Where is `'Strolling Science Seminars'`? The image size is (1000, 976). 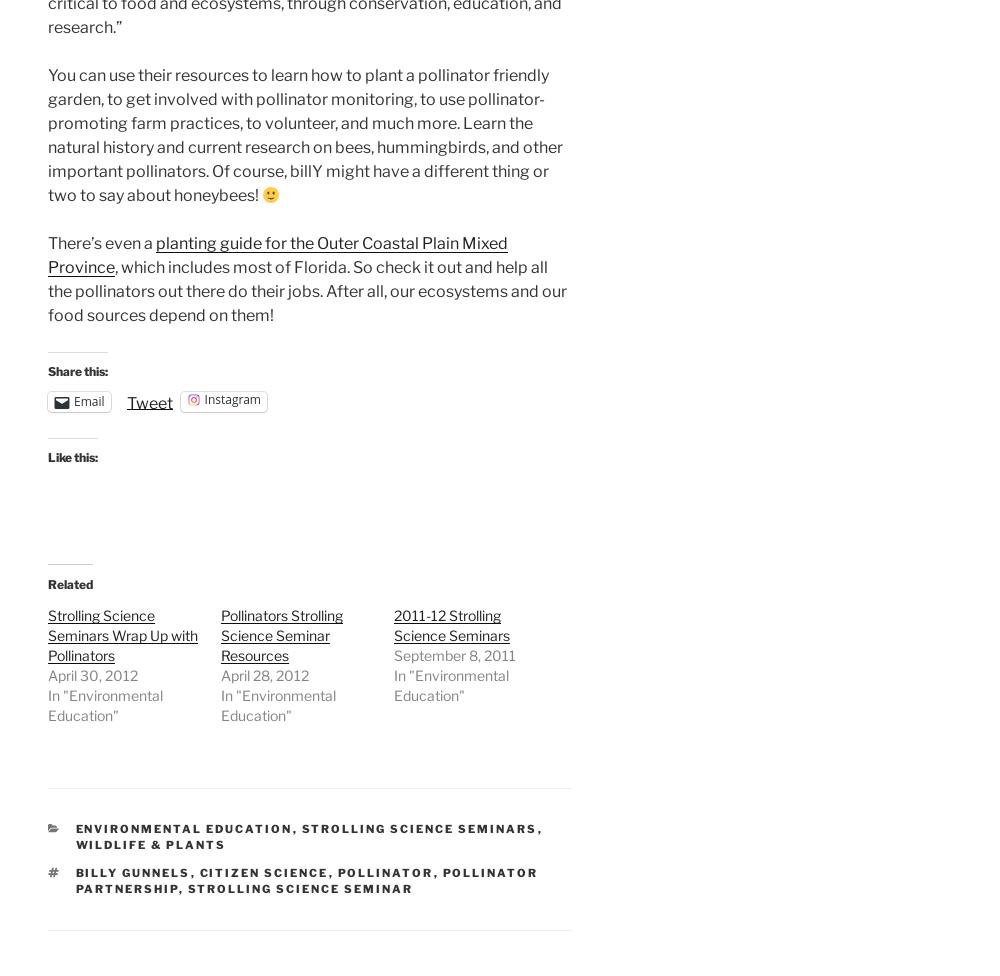 'Strolling Science Seminars' is located at coordinates (419, 828).